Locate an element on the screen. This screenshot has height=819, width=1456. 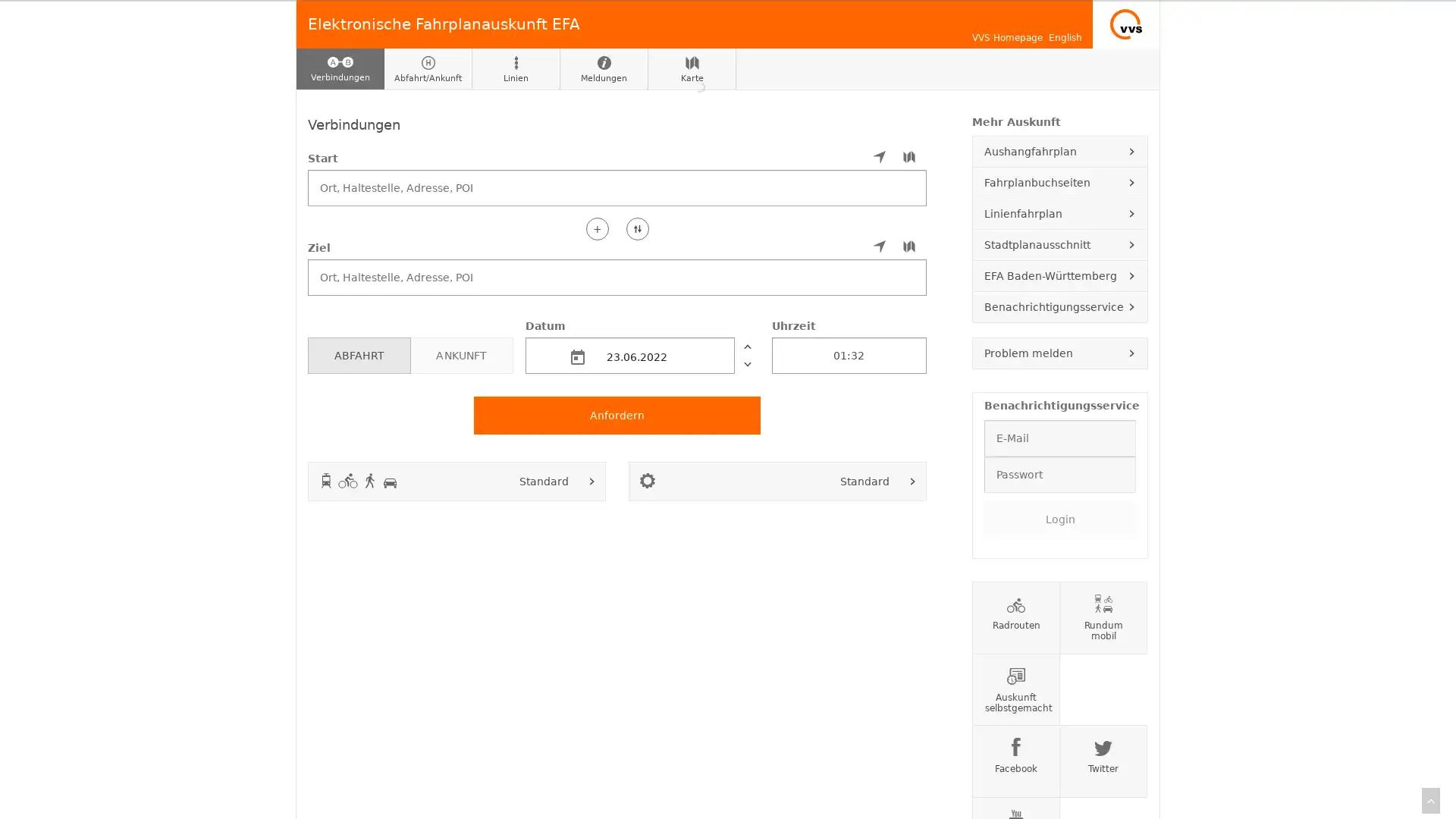
vorher is located at coordinates (746, 345).